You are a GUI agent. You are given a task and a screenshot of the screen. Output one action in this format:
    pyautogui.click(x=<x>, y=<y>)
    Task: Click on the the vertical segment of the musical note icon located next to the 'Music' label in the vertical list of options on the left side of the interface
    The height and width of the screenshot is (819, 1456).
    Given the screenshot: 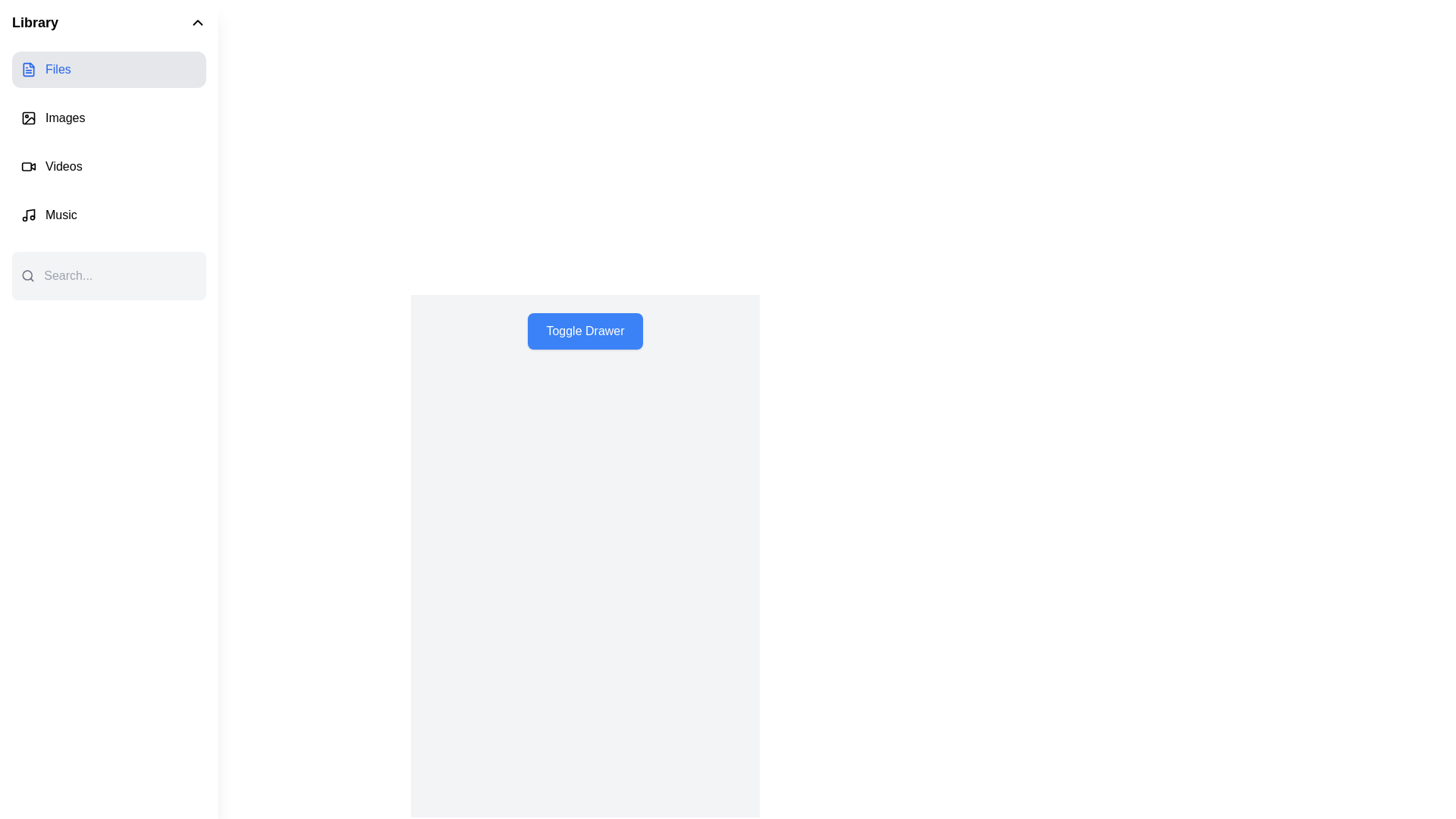 What is the action you would take?
    pyautogui.click(x=30, y=214)
    